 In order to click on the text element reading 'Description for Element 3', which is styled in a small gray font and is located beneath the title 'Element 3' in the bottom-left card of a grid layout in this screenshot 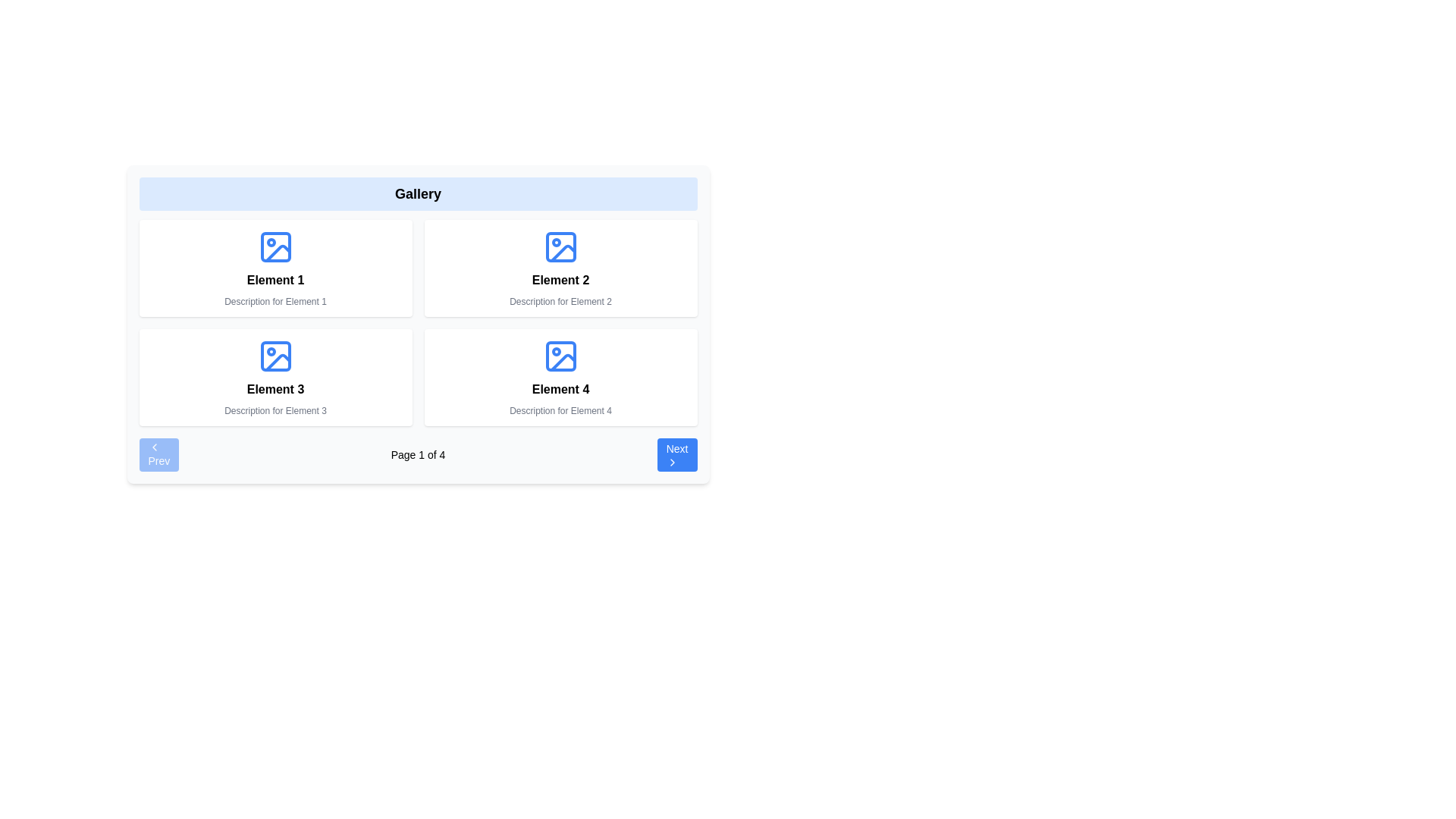, I will do `click(275, 411)`.